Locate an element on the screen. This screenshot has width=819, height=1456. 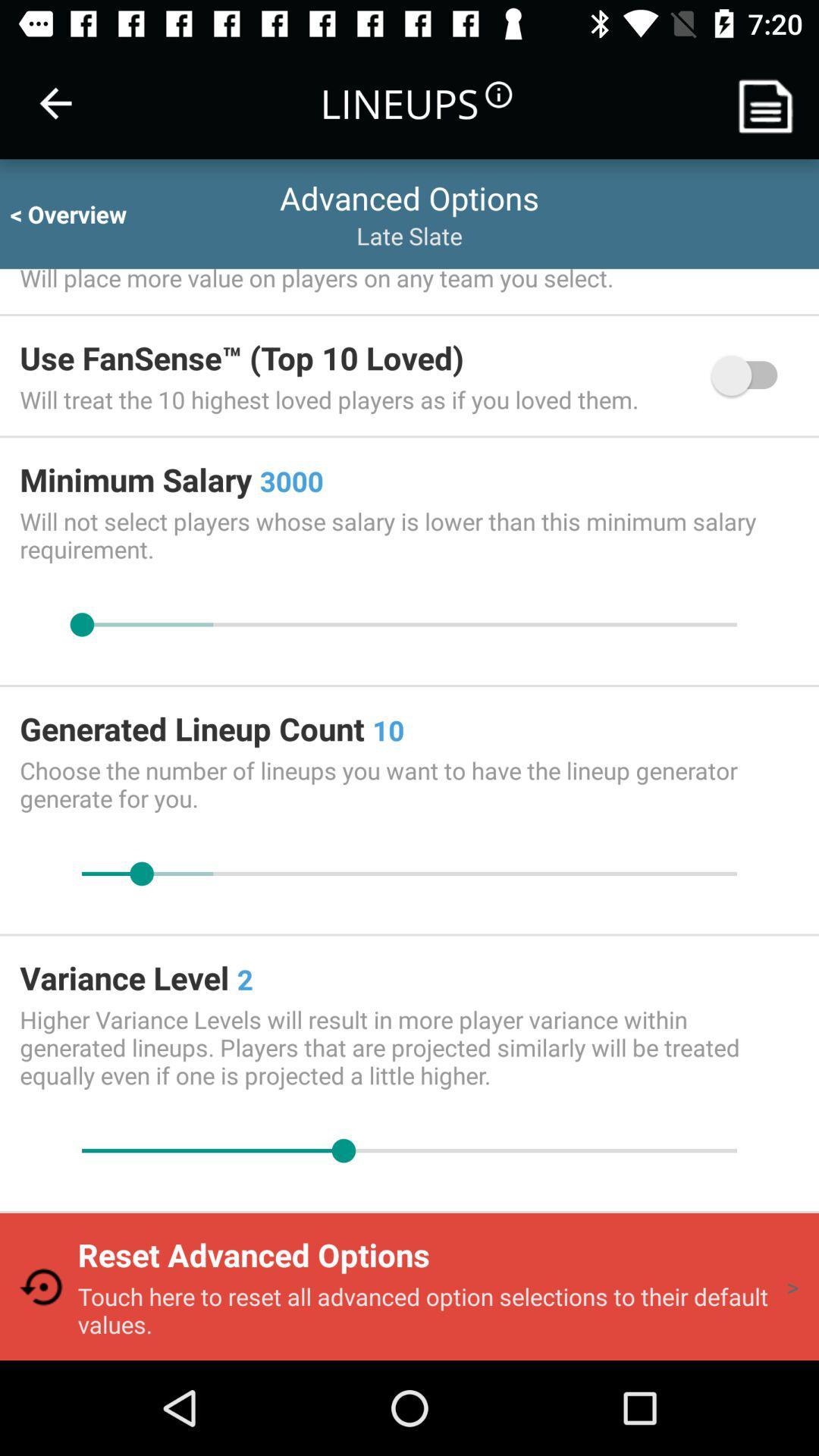
adjust variance level is located at coordinates (409, 1150).